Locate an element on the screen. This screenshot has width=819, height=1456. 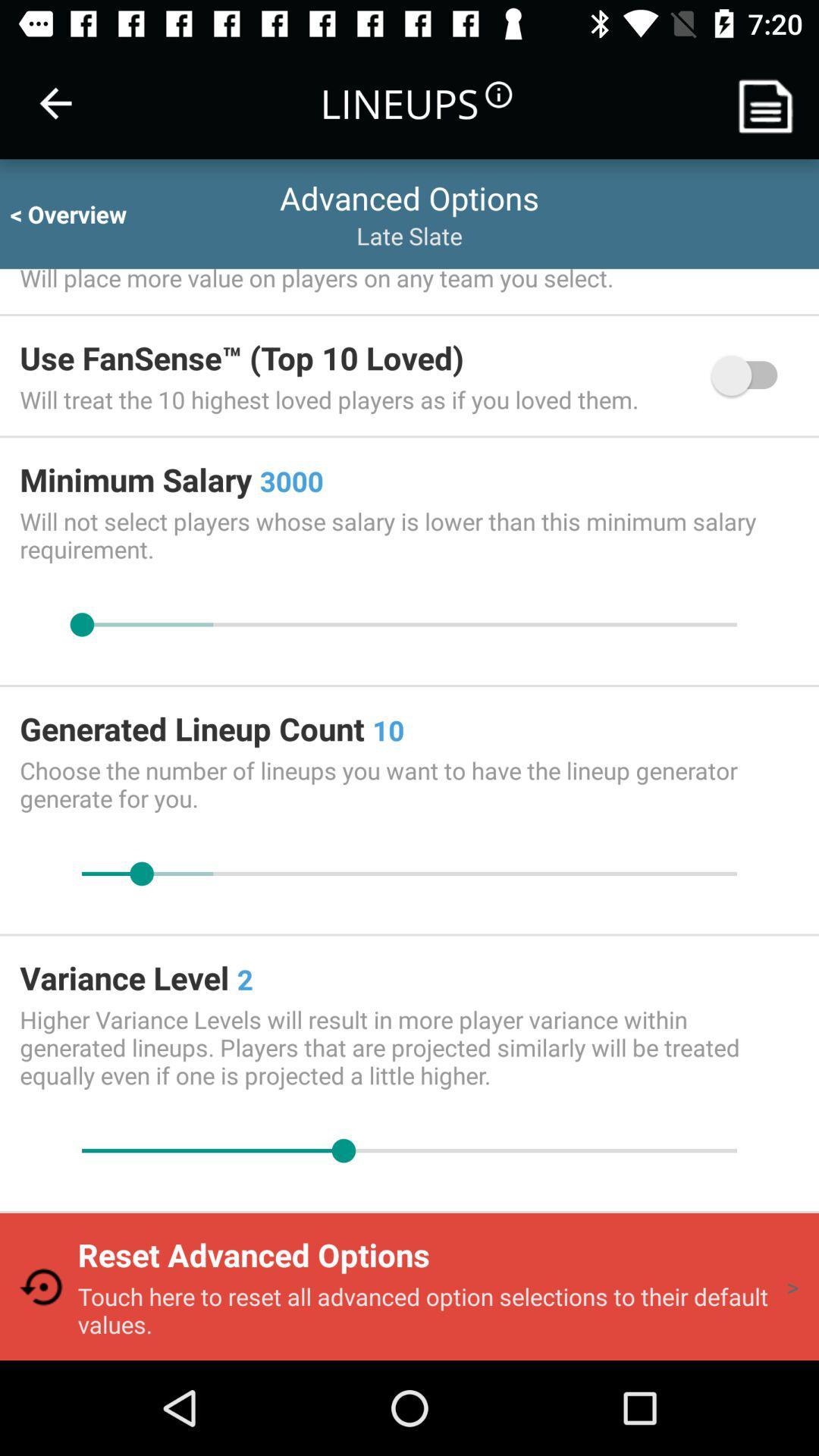
adjust variance level is located at coordinates (409, 1150).